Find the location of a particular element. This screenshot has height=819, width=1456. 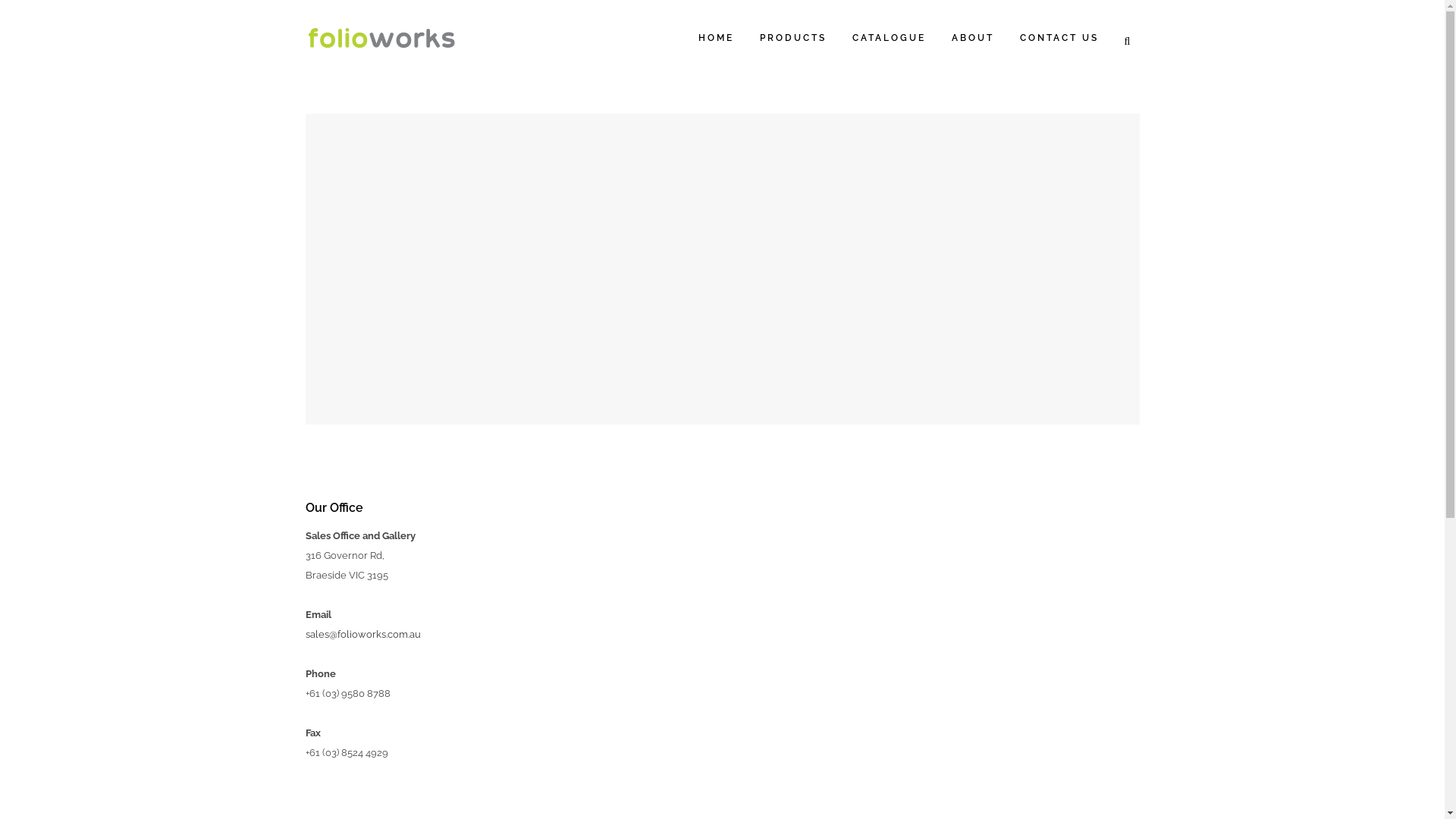

'ABOUT' is located at coordinates (972, 37).